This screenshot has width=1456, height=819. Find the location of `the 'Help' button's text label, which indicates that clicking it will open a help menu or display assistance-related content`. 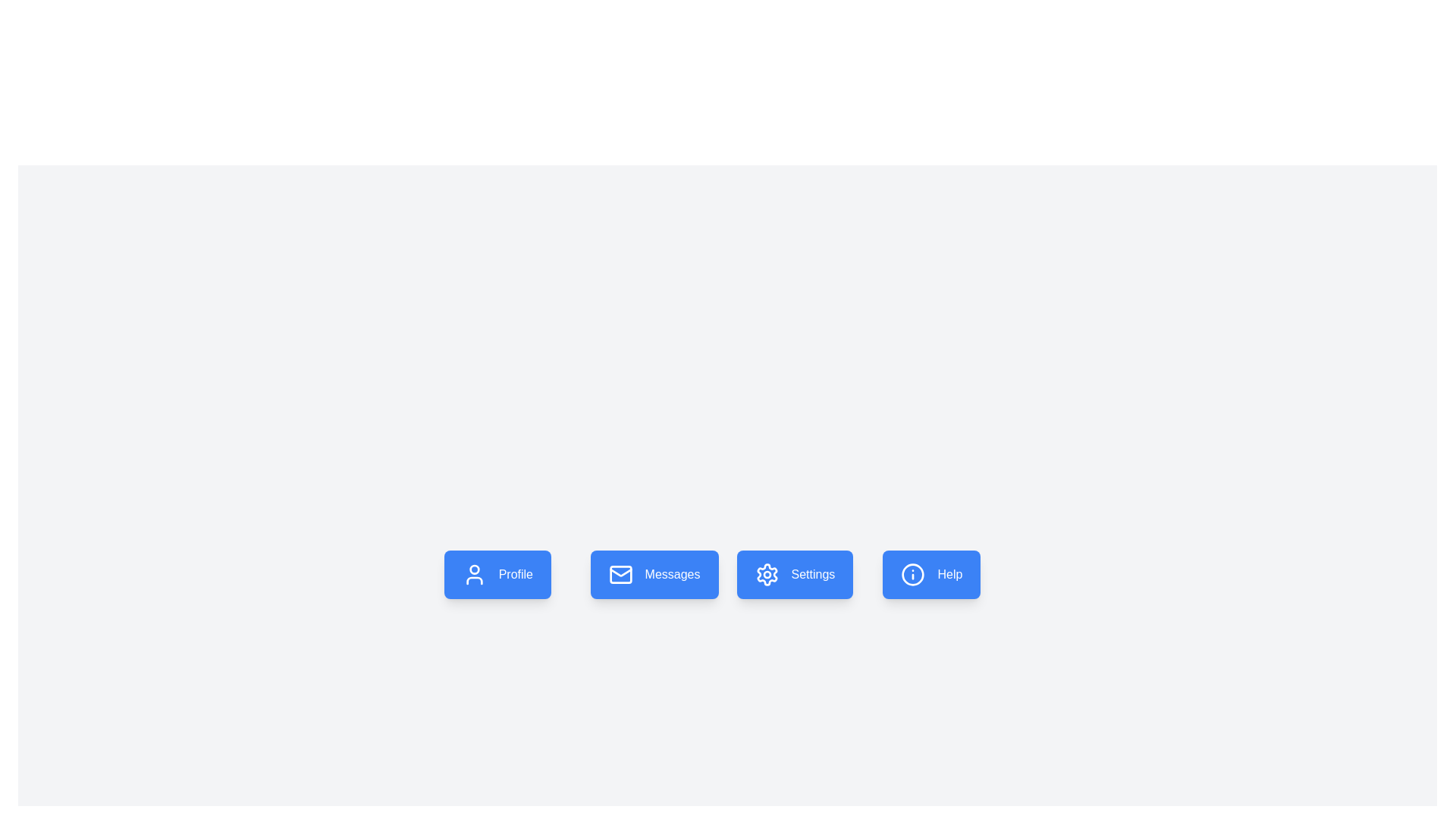

the 'Help' button's text label, which indicates that clicking it will open a help menu or display assistance-related content is located at coordinates (949, 575).